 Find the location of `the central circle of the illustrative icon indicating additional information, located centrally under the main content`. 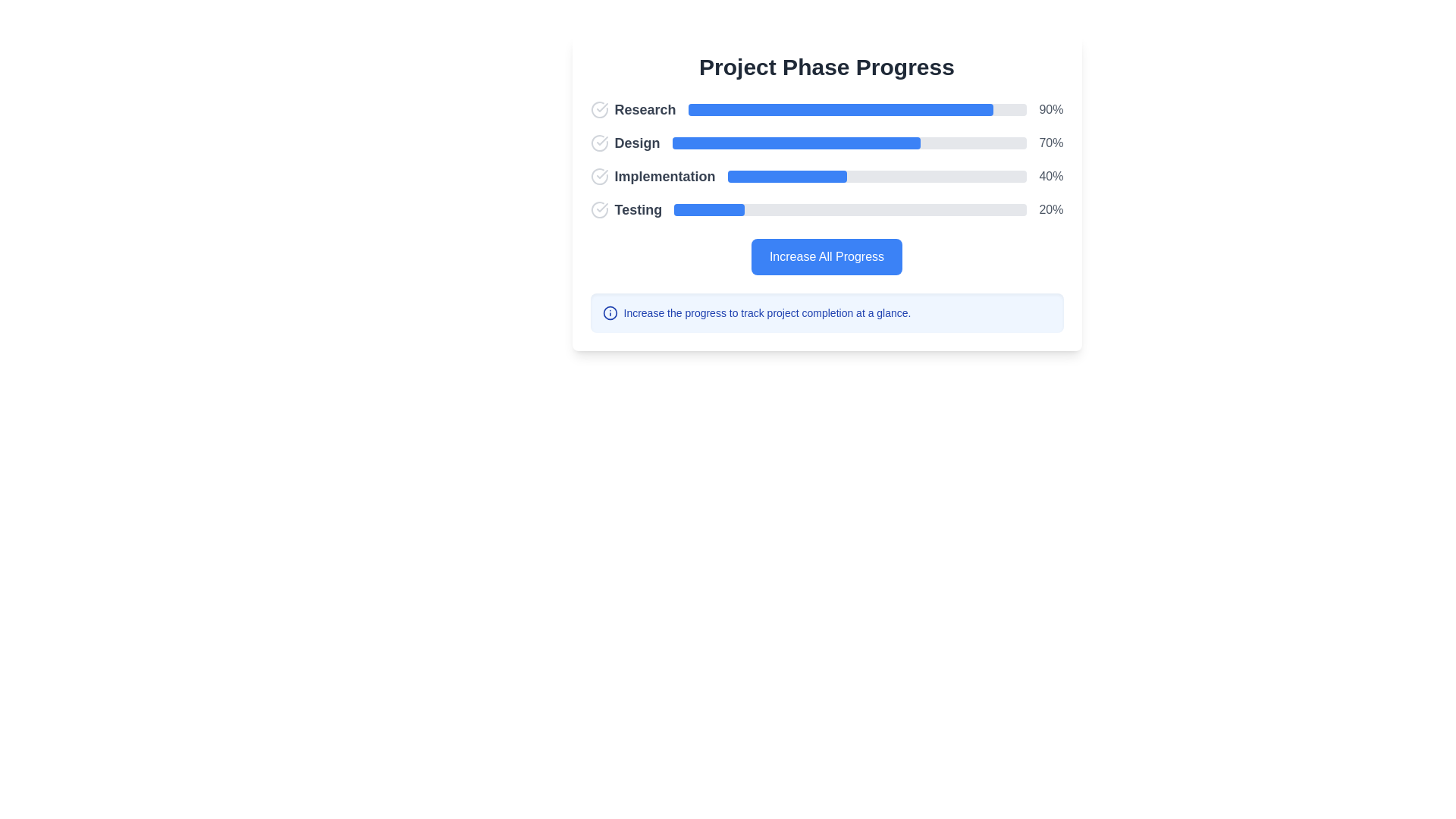

the central circle of the illustrative icon indicating additional information, located centrally under the main content is located at coordinates (610, 312).